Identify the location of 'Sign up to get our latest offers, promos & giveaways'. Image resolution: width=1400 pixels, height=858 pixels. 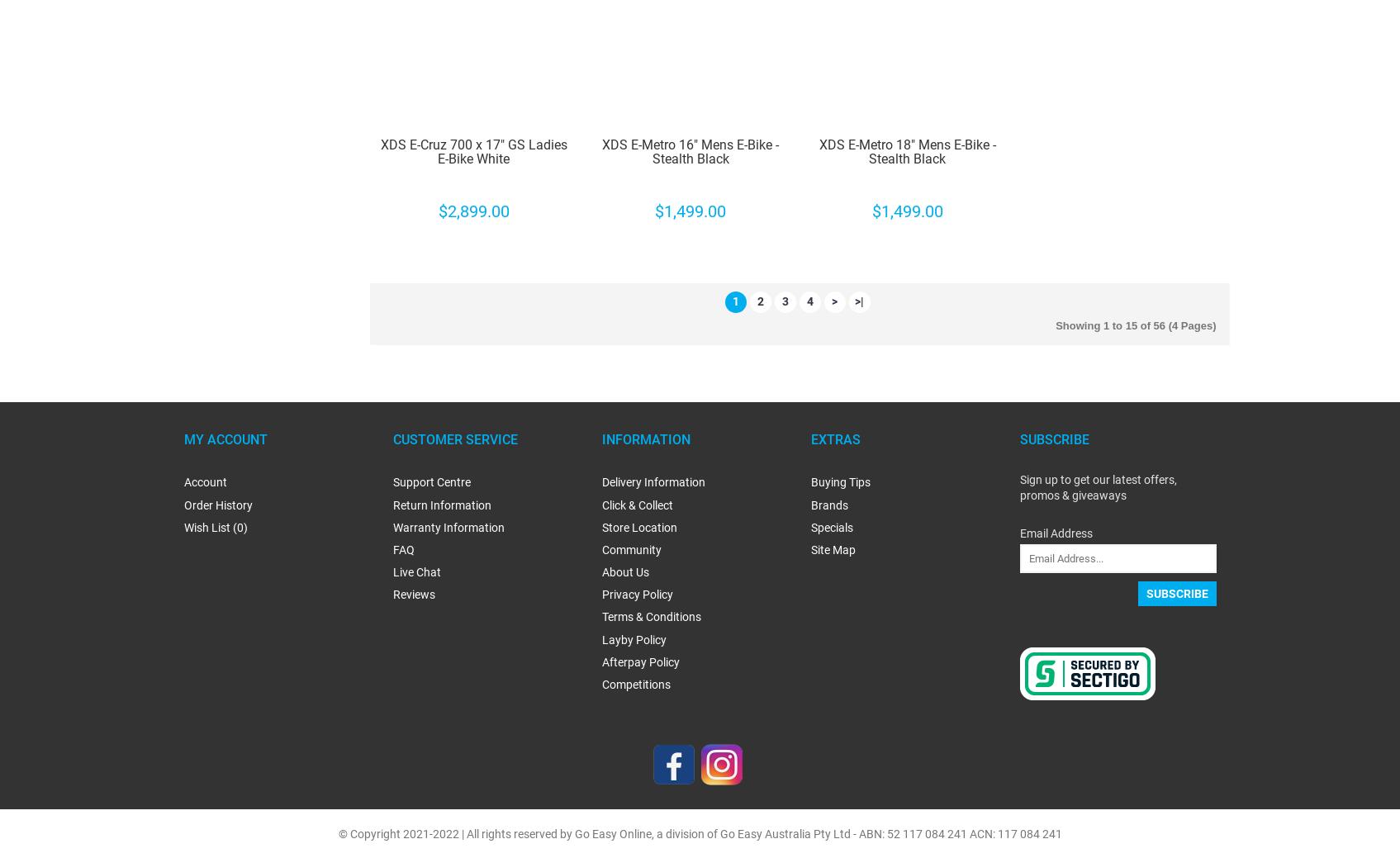
(1098, 487).